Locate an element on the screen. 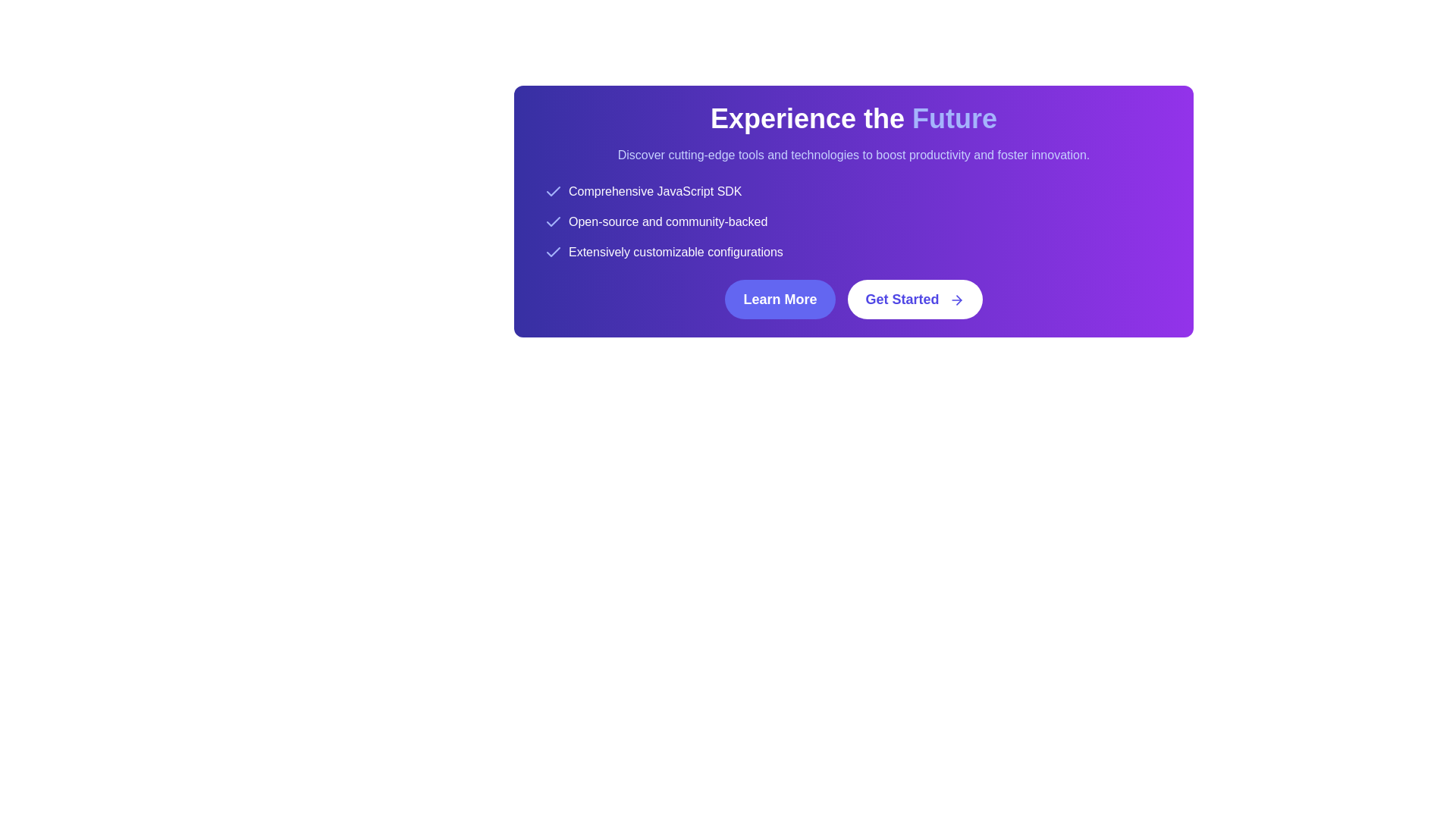 This screenshot has height=819, width=1456. the 'Get Started' button, which contains a directional SVG icon, to trigger a tooltip or style change is located at coordinates (958, 300).